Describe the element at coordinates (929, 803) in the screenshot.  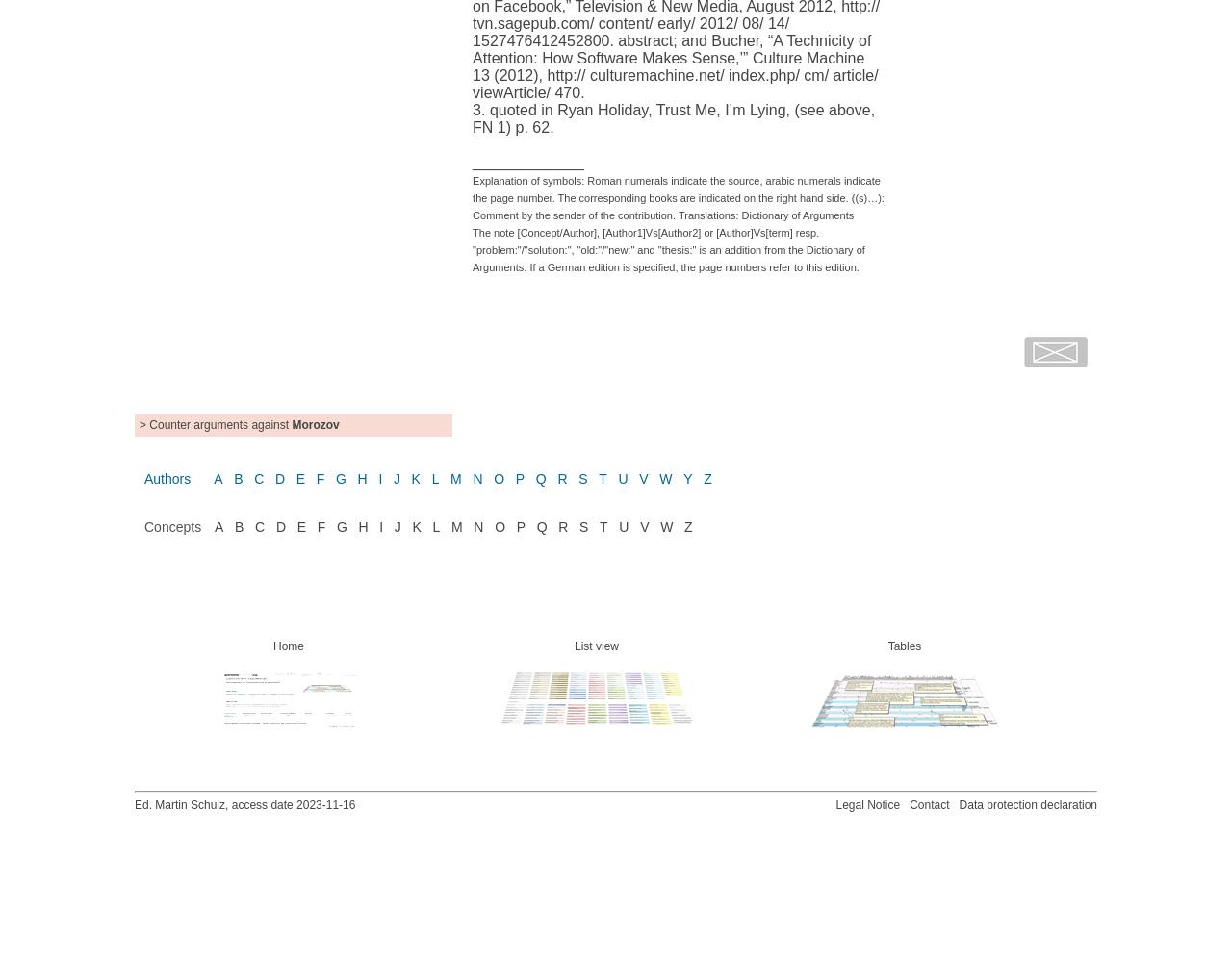
I see `'Contact'` at that location.